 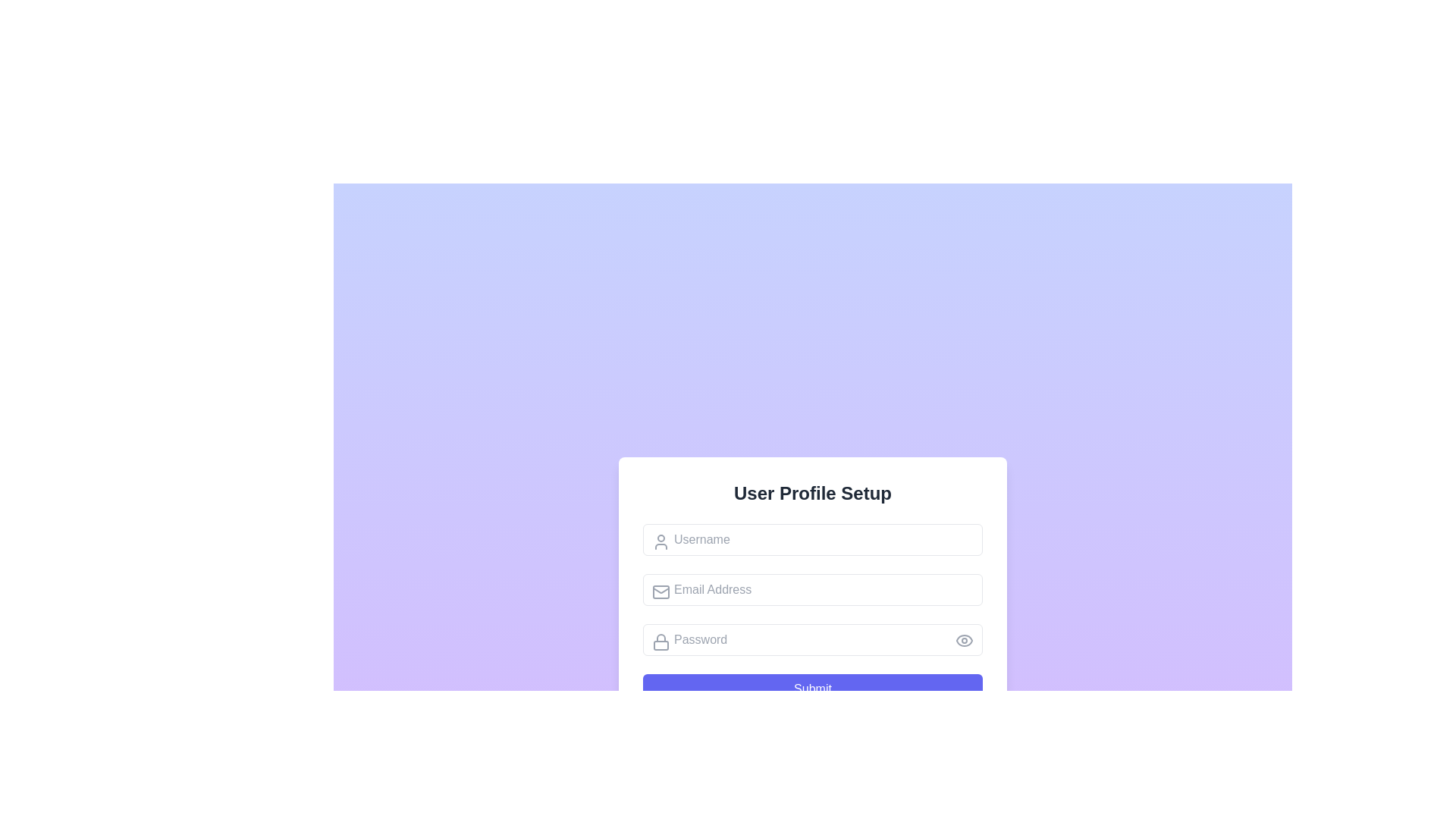 I want to click on the rectangular shape with rounded corners of the lock icon, which is positioned to the left of the 'Password' input field, so click(x=661, y=645).